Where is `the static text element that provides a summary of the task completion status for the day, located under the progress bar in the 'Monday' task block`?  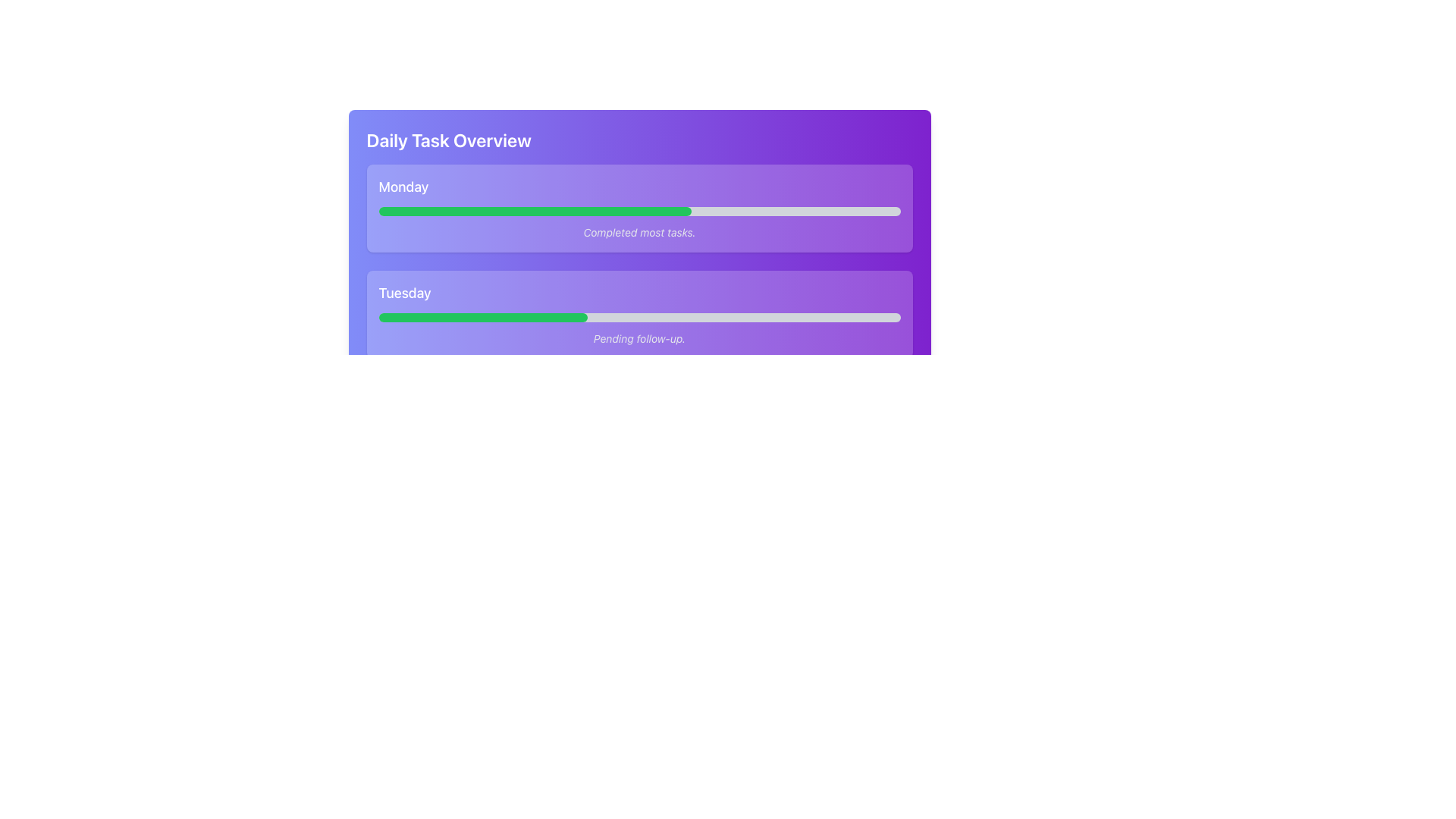
the static text element that provides a summary of the task completion status for the day, located under the progress bar in the 'Monday' task block is located at coordinates (639, 233).